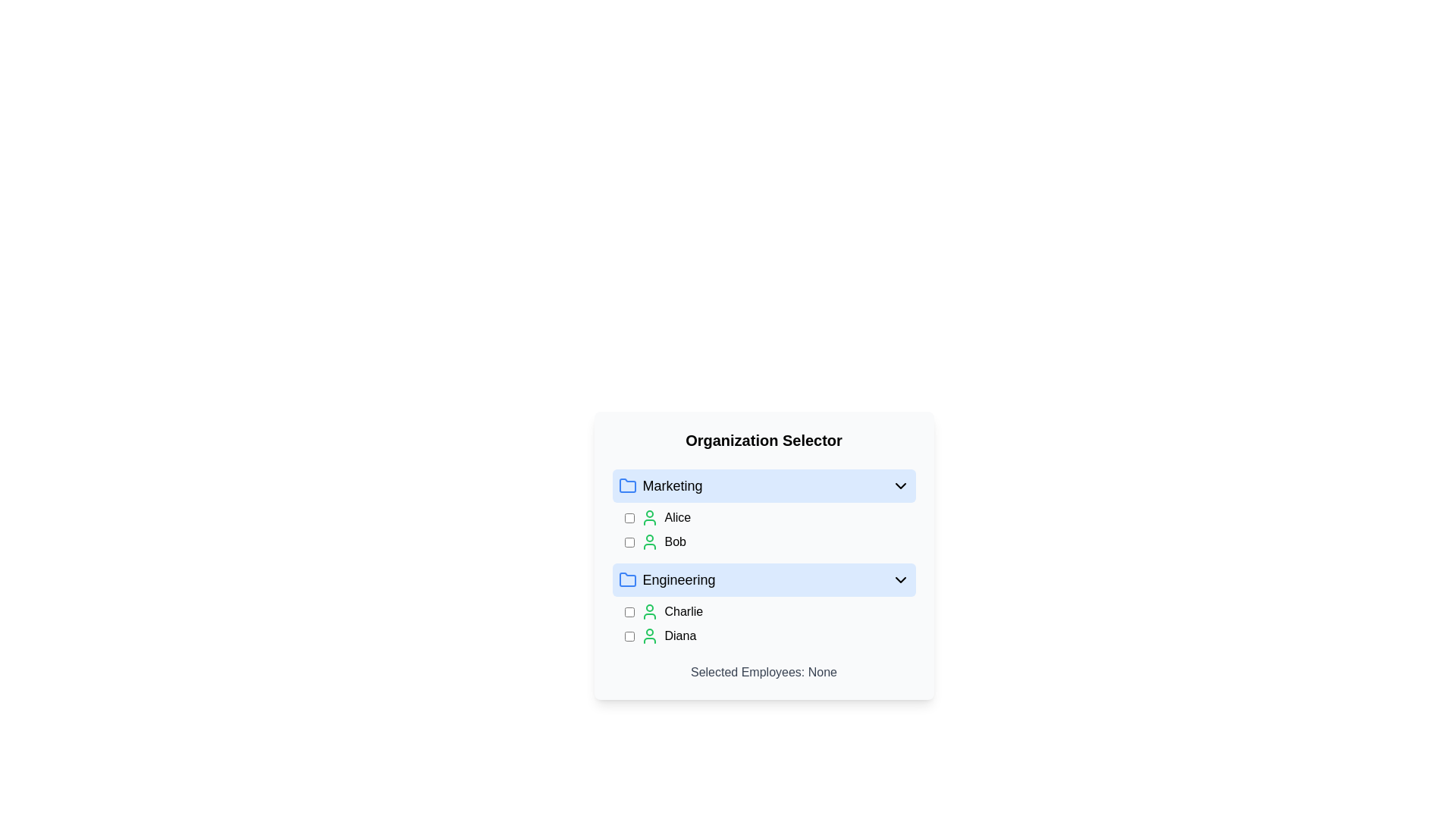 The image size is (1456, 819). Describe the element at coordinates (649, 636) in the screenshot. I see `the user icon representing 'Diana'` at that location.